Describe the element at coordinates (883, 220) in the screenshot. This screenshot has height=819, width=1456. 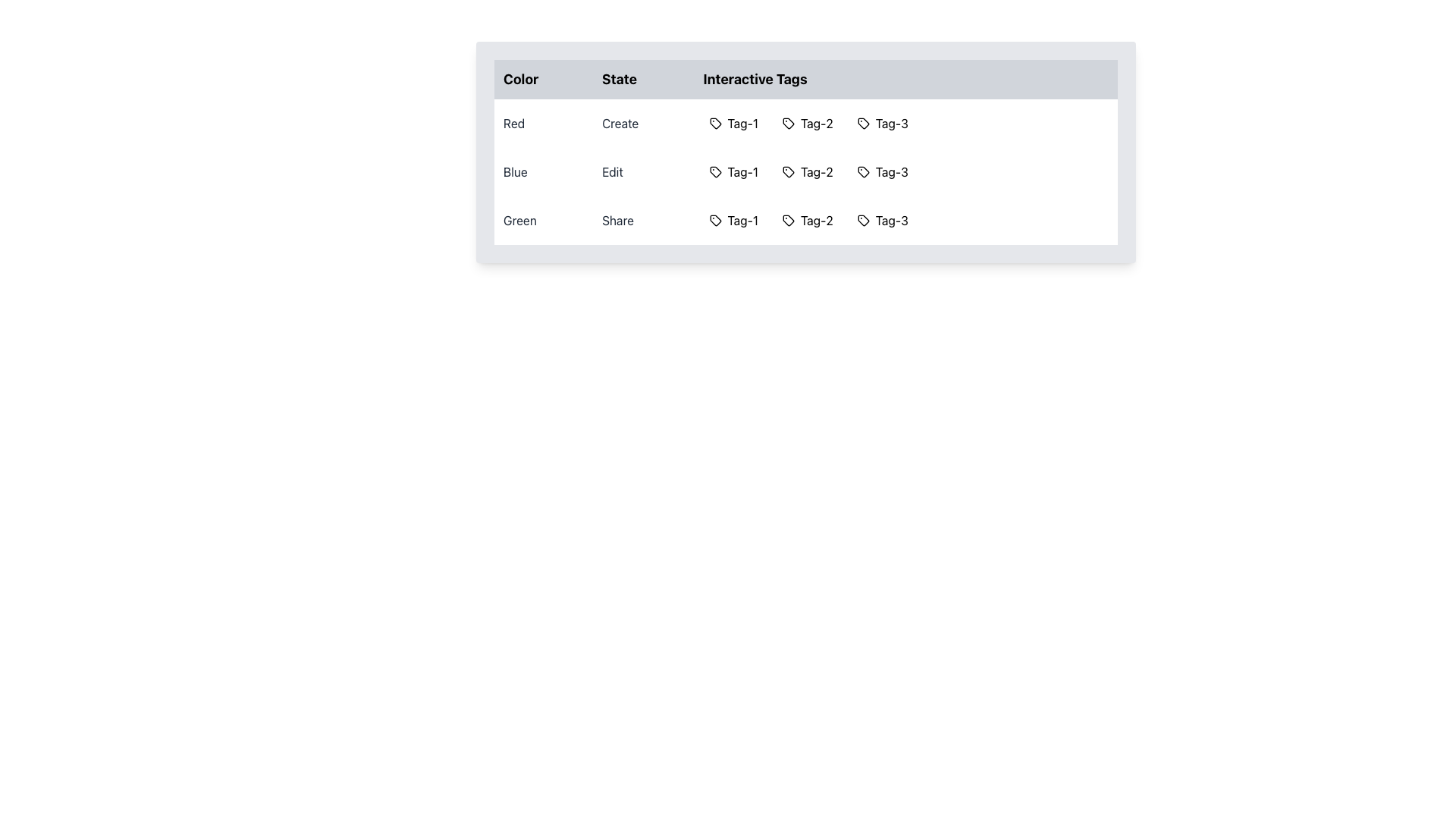
I see `the 'Tag-3' button located in the 'Interactive Tags' column under the 'Green' row to change its background color` at that location.